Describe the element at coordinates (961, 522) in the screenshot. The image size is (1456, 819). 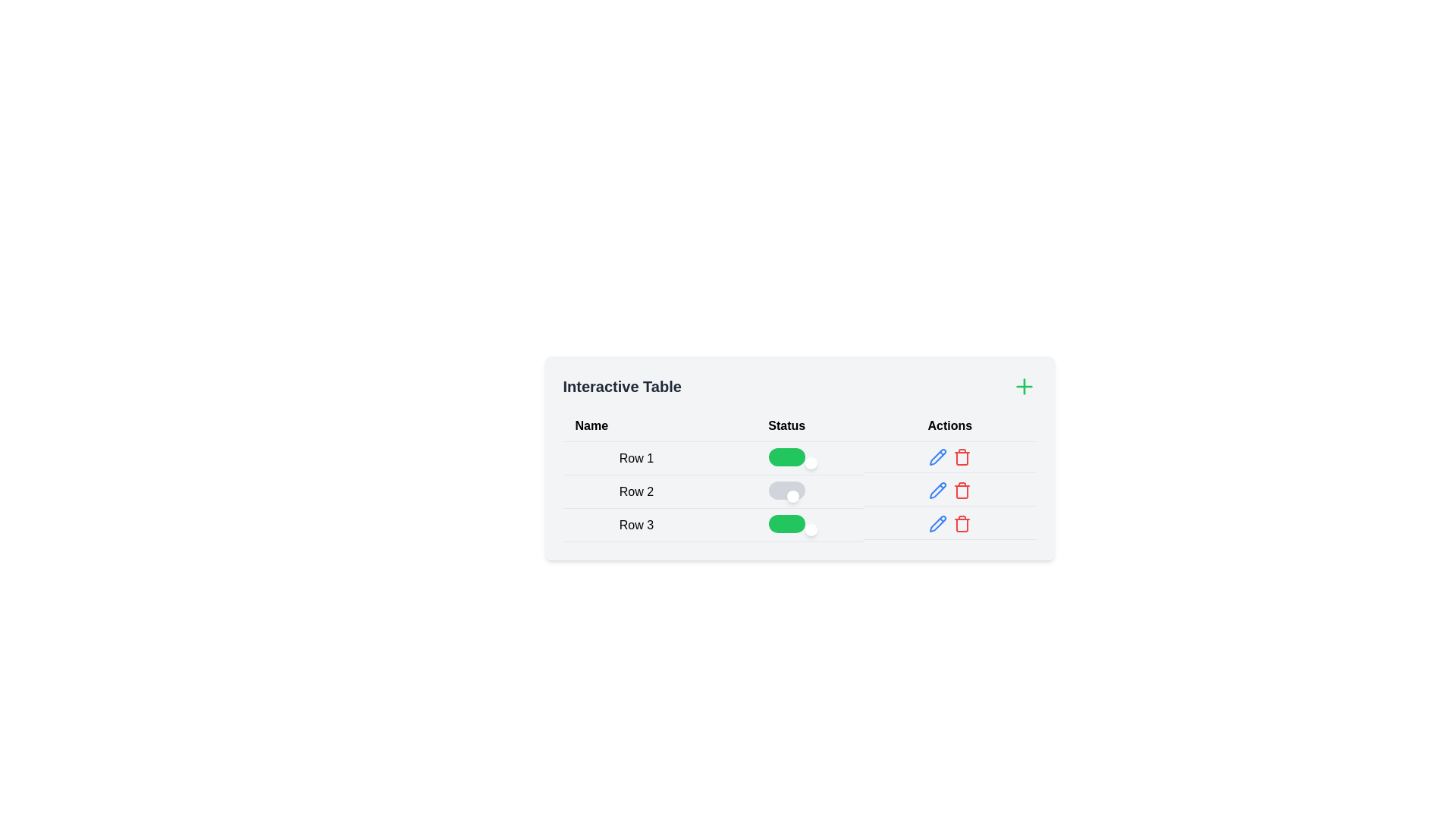
I see `the red trash bin icon button located in the 'Actions' column of the third row to possibly reveal additional information` at that location.